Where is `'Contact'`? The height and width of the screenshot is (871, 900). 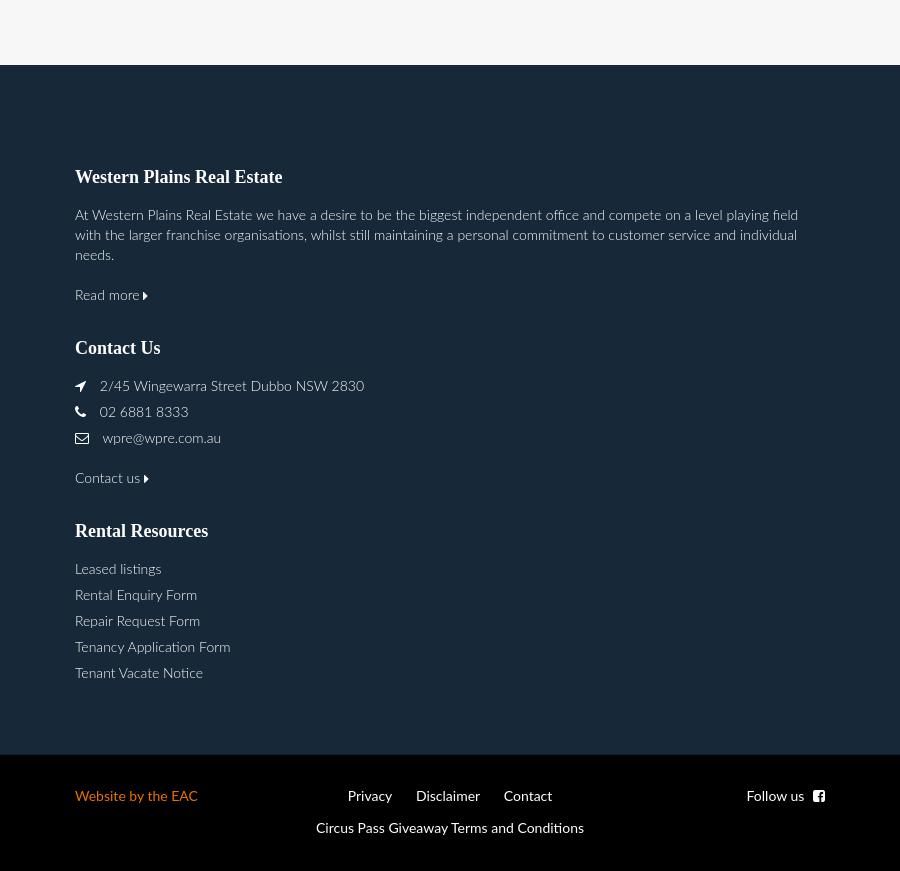 'Contact' is located at coordinates (502, 796).